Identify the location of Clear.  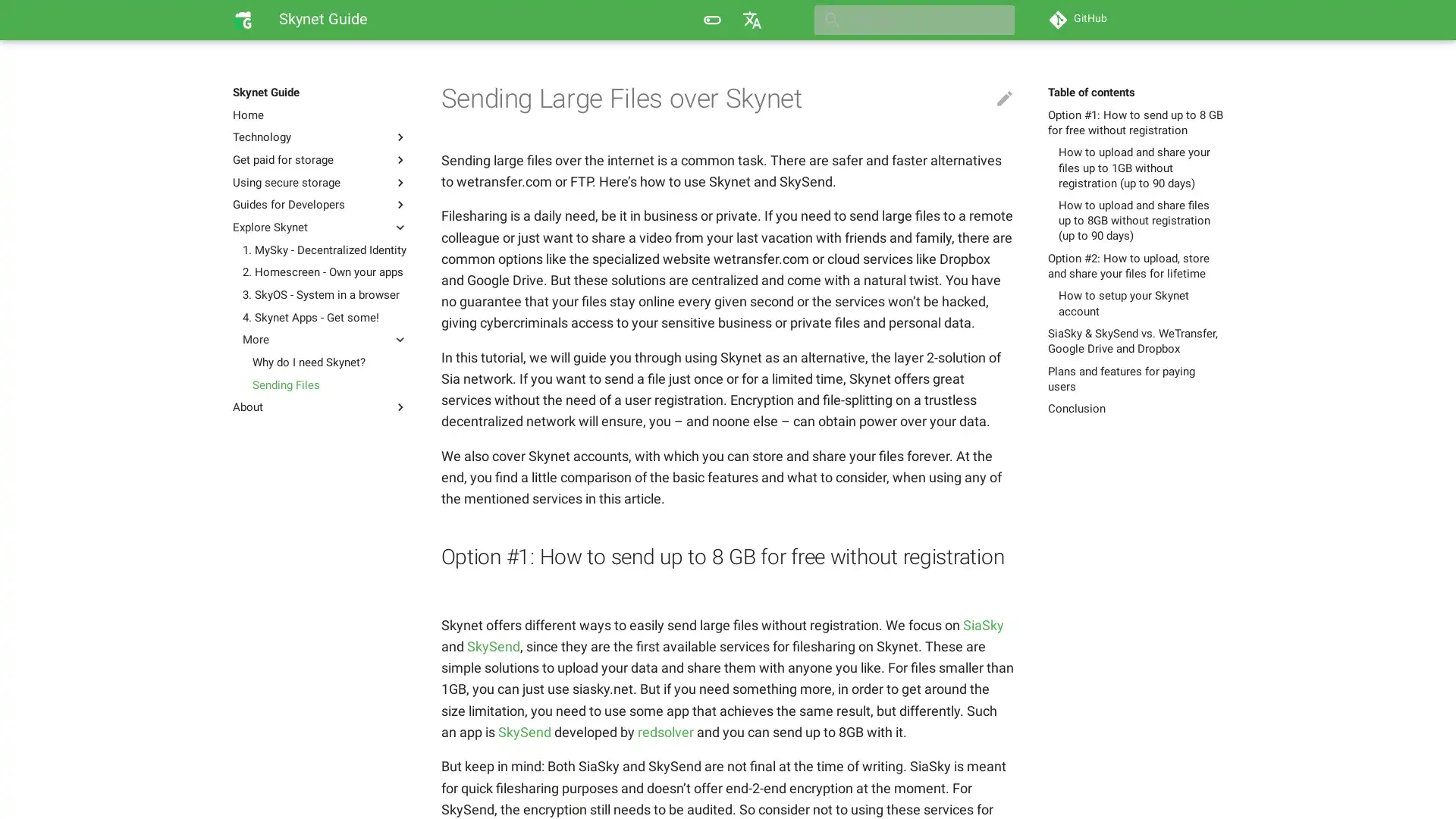
(996, 20).